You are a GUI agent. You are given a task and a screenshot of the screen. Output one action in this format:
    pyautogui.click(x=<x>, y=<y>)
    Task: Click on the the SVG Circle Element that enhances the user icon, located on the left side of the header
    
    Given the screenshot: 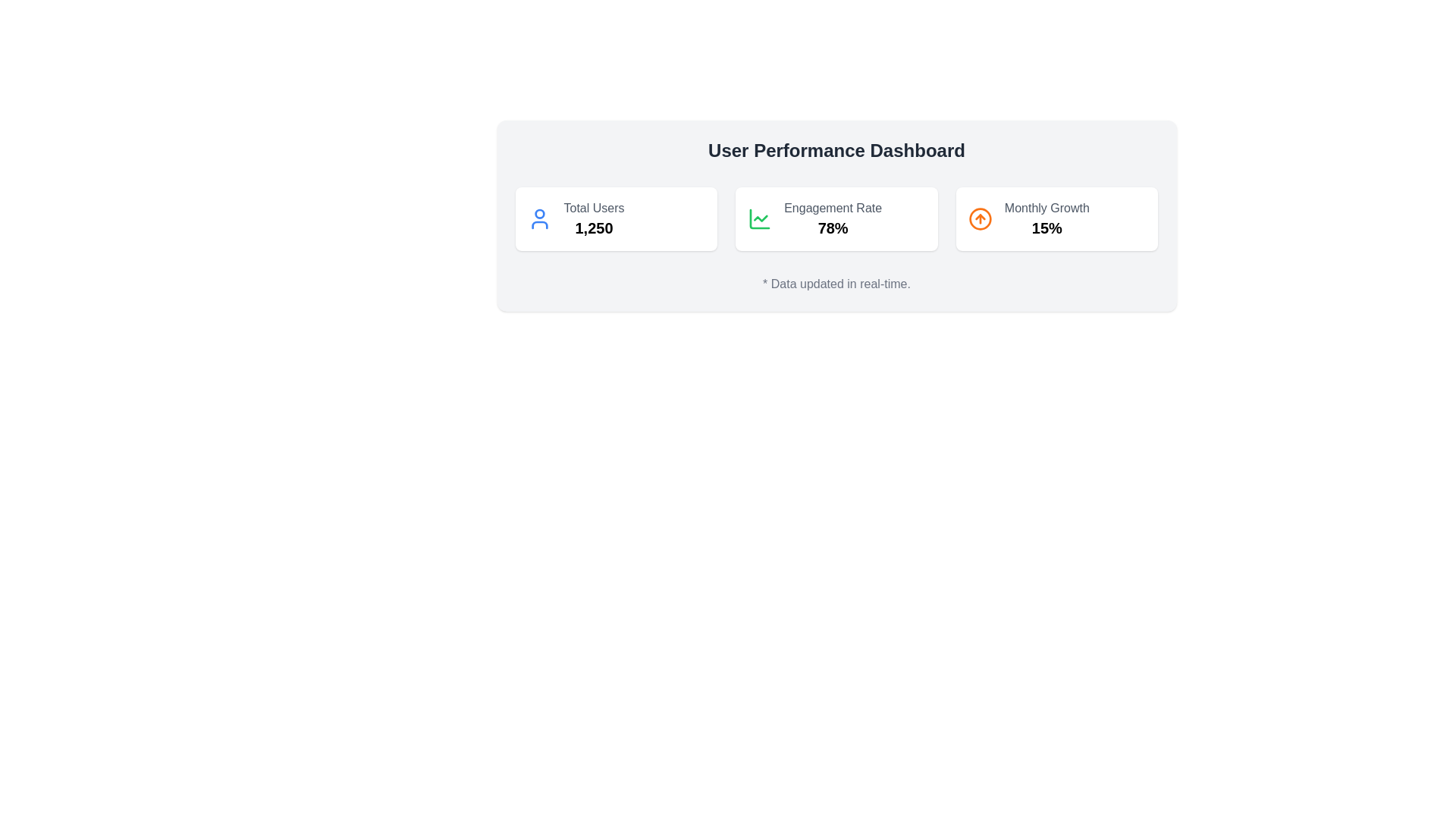 What is the action you would take?
    pyautogui.click(x=539, y=214)
    